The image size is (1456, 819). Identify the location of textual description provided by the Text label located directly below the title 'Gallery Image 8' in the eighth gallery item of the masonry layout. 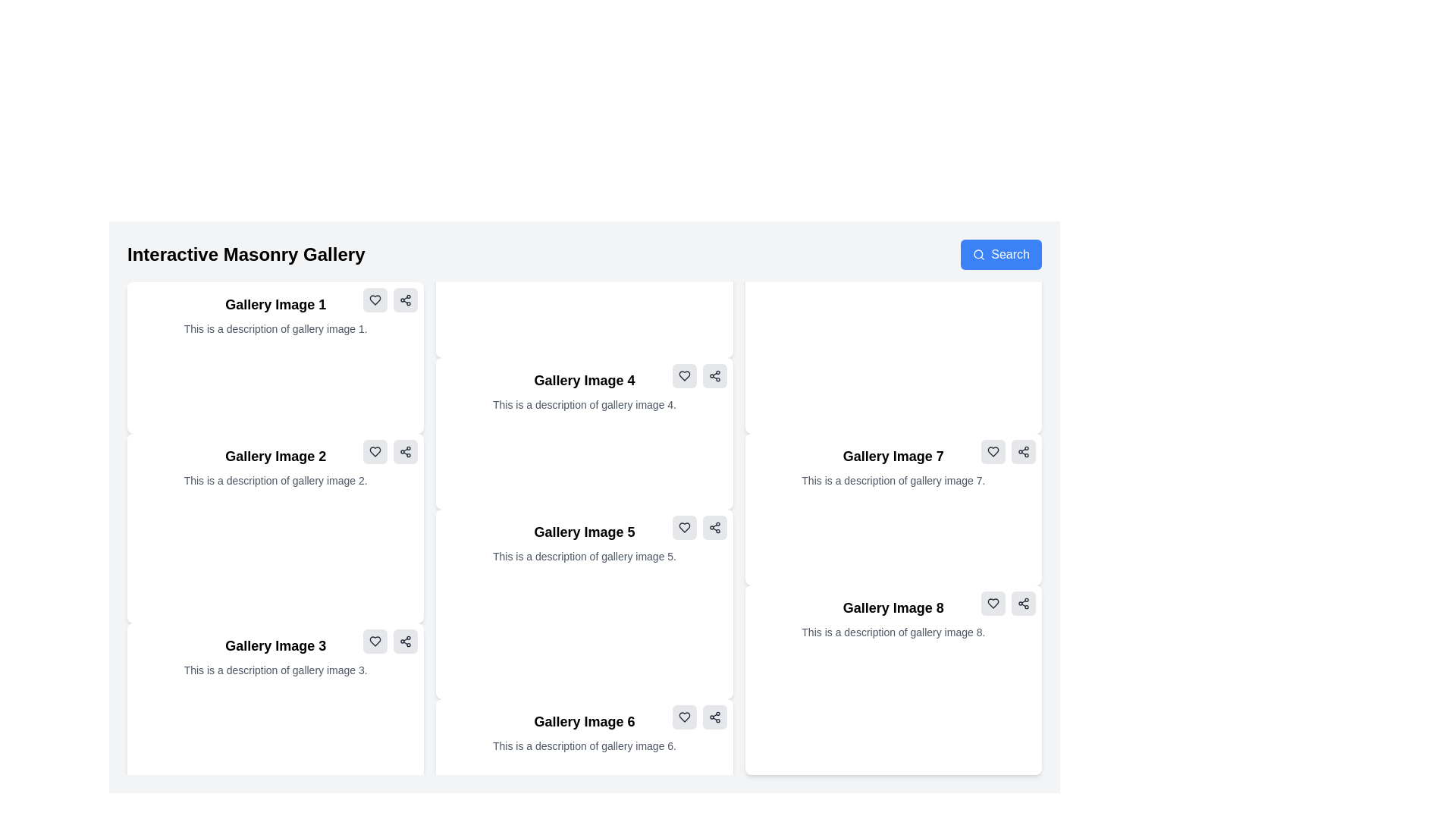
(893, 632).